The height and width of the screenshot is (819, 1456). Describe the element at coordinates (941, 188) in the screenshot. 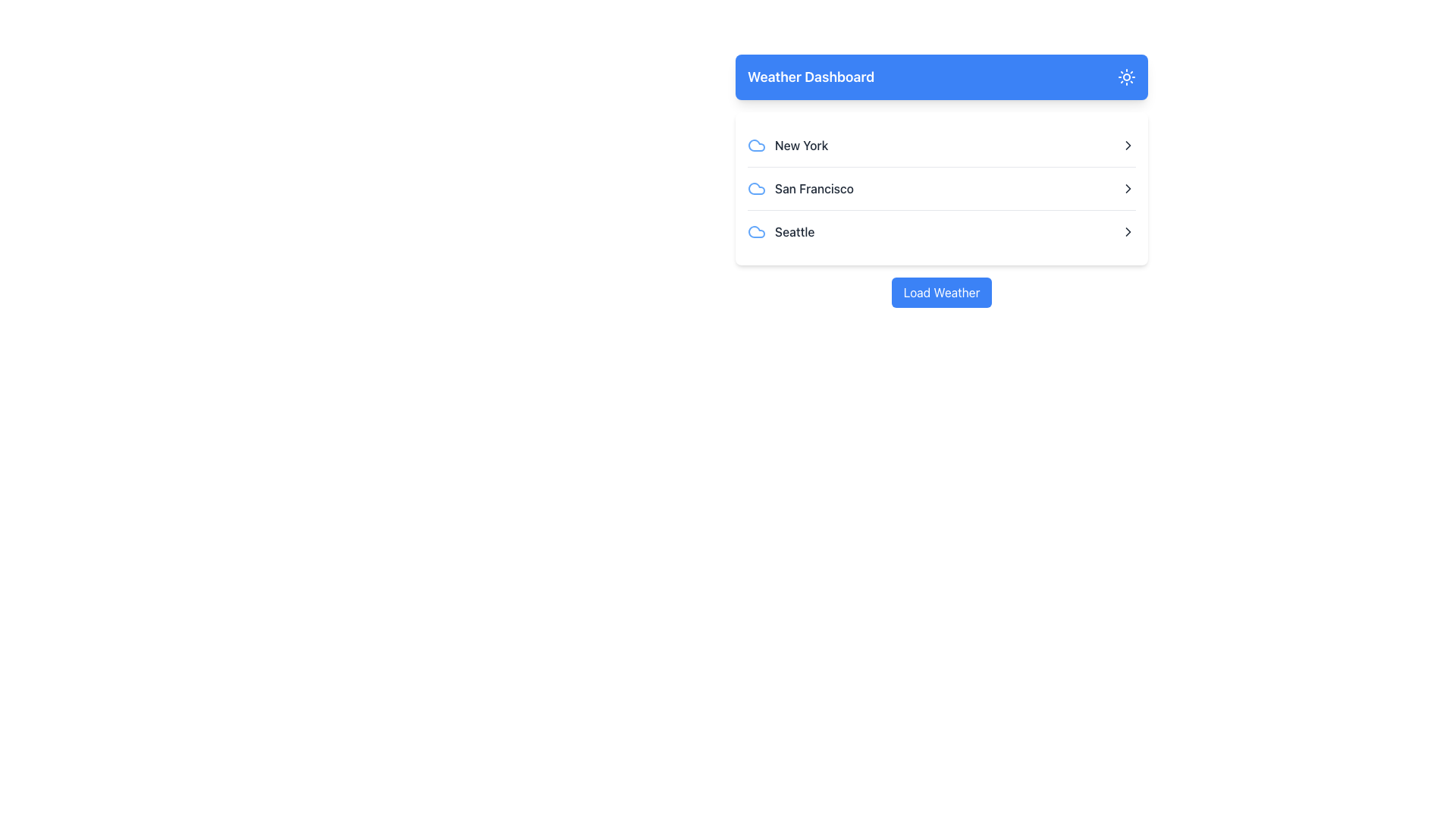

I see `the weather list item for San Francisco located in the center of the dashboard interface` at that location.